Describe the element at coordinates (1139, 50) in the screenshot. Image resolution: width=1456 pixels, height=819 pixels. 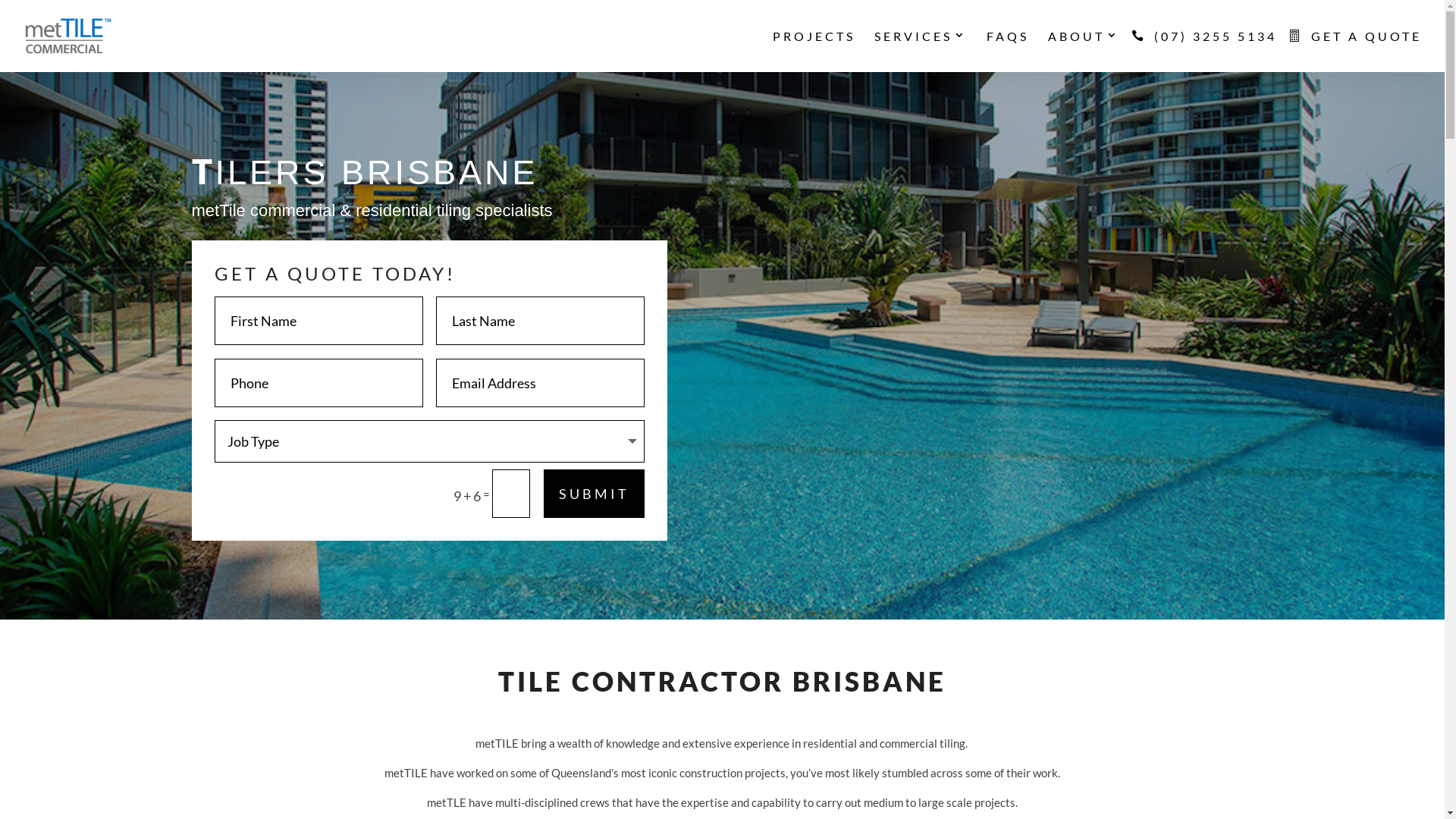
I see `'(07) 3255 5134'` at that location.